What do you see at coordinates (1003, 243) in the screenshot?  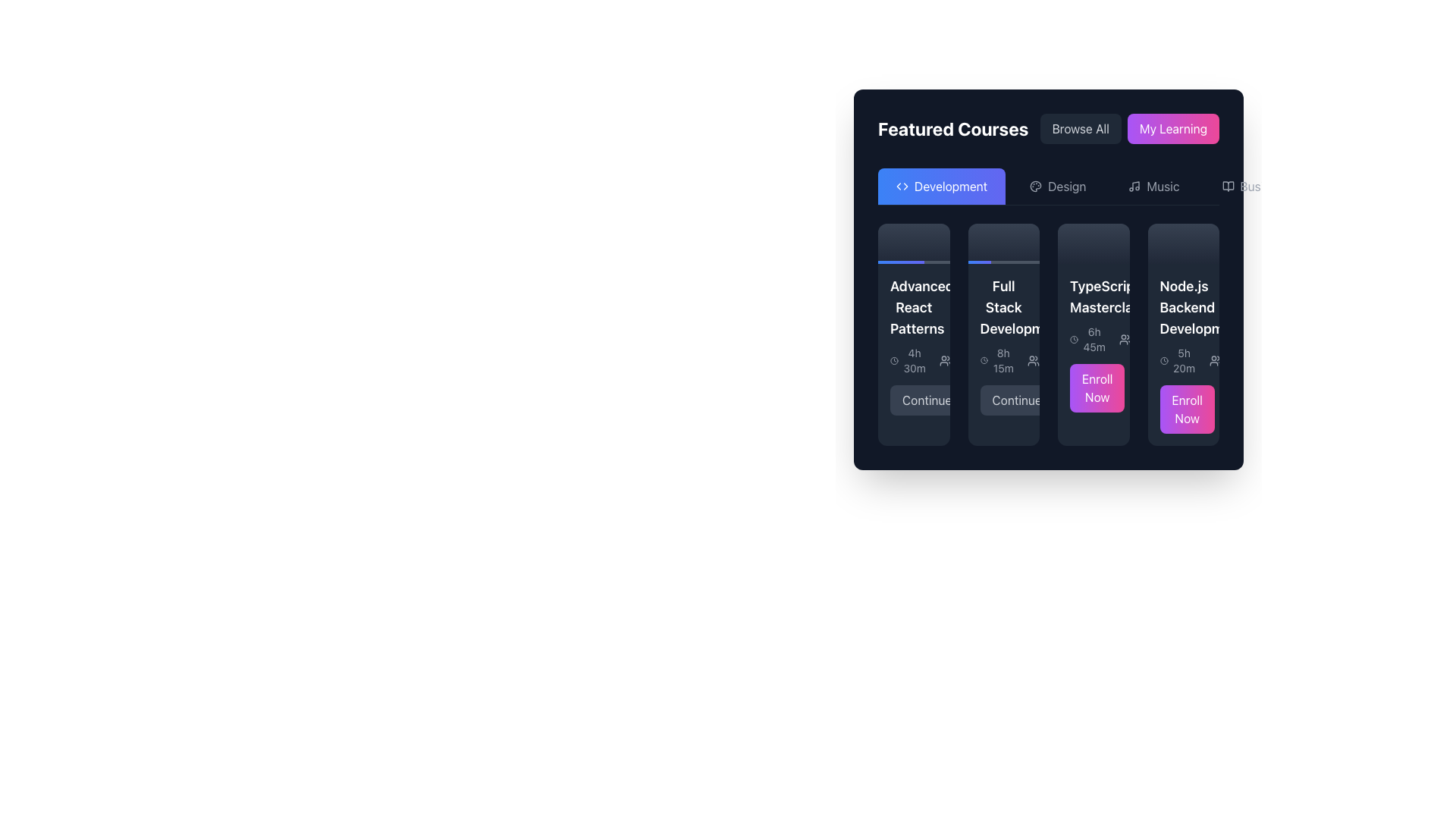 I see `the interactive multimedia placeholder or video thumbnail with a dark gray background located at the top of the 'Full Stack Development' card in the 'Featured Courses' section` at bounding box center [1003, 243].